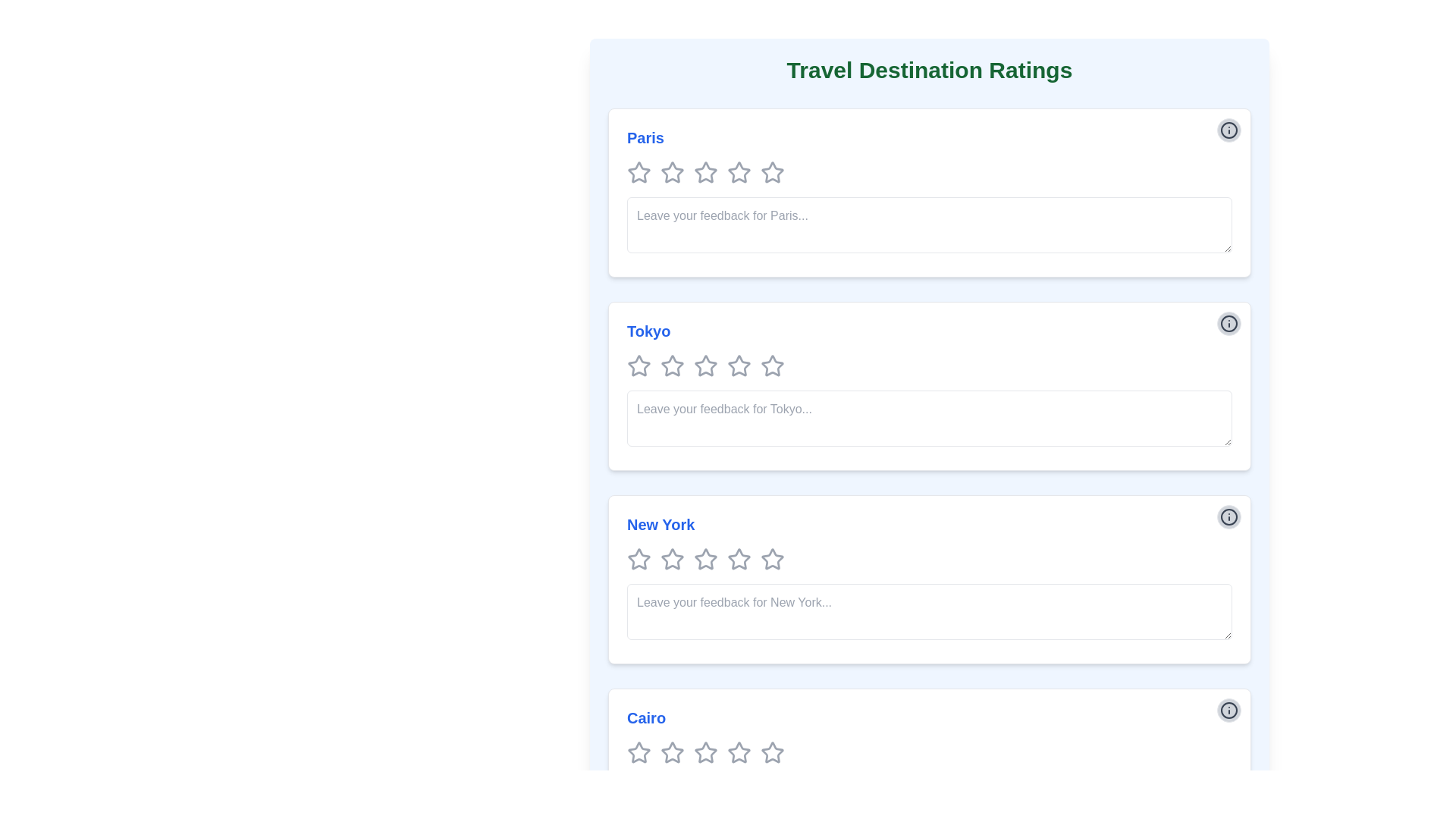 The image size is (1456, 819). Describe the element at coordinates (739, 752) in the screenshot. I see `the second star icon in the rating section for 'Cairo'` at that location.